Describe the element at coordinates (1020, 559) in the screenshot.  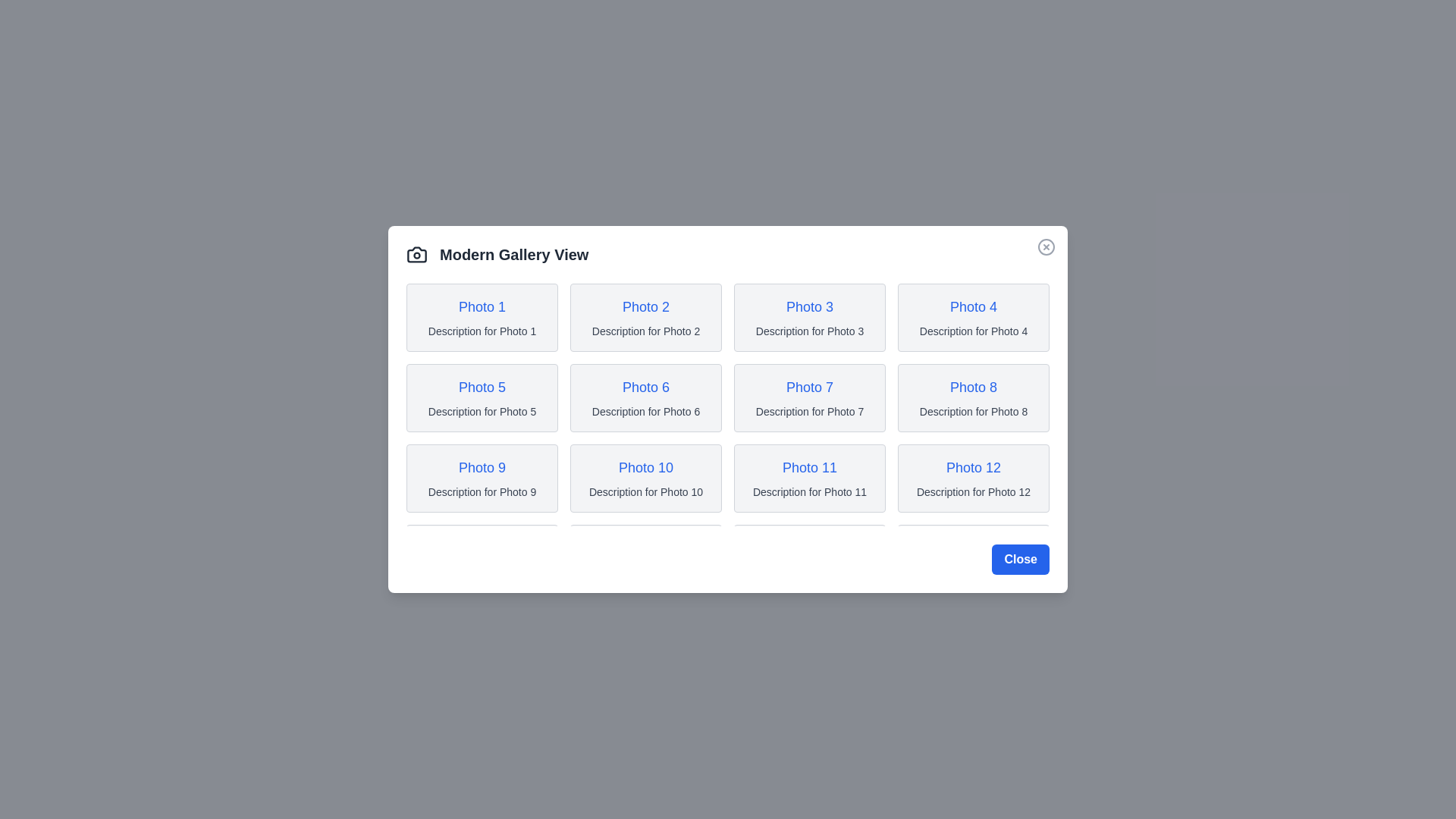
I see `the 'Close' button in the footer to close the dialog` at that location.